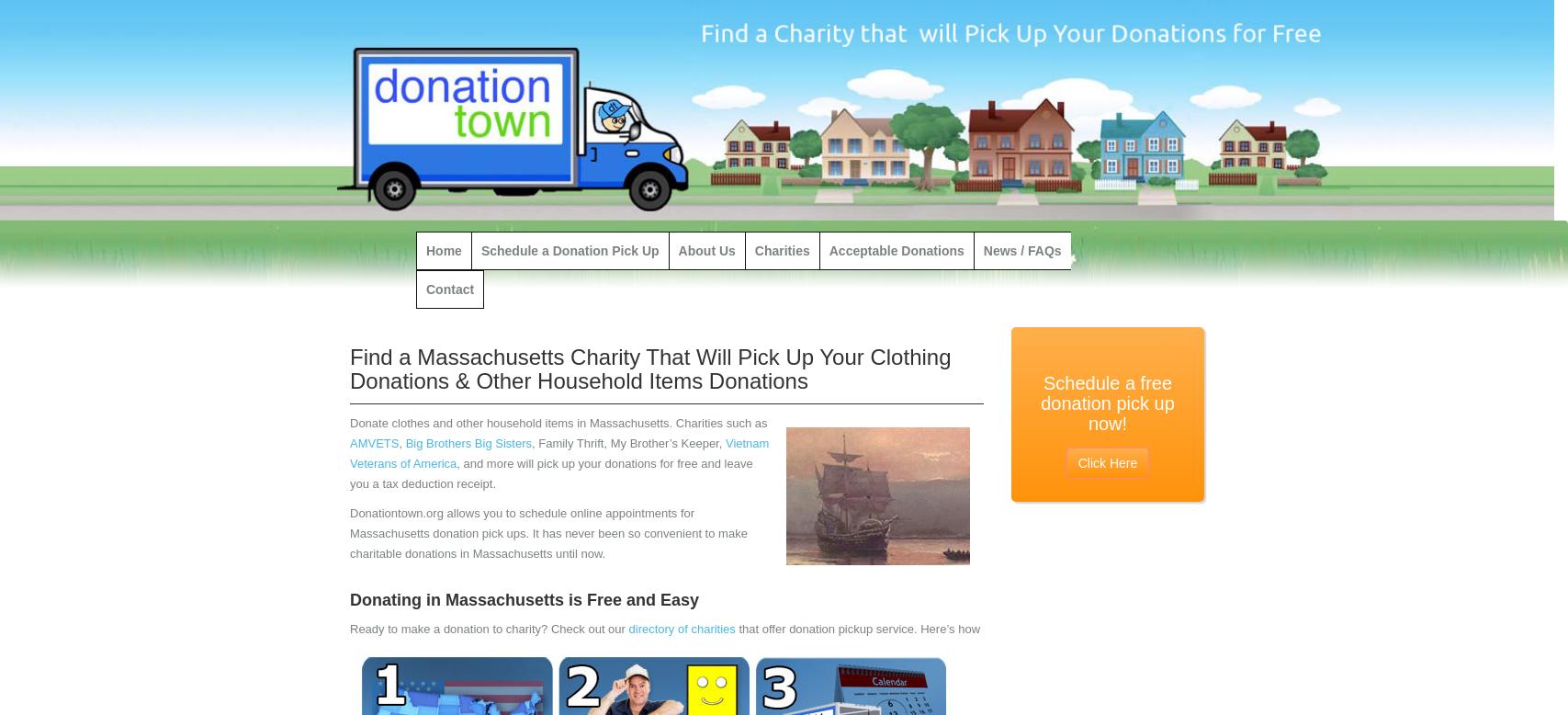 This screenshot has height=715, width=1568. Describe the element at coordinates (1021, 251) in the screenshot. I see `'News / FAQs'` at that location.